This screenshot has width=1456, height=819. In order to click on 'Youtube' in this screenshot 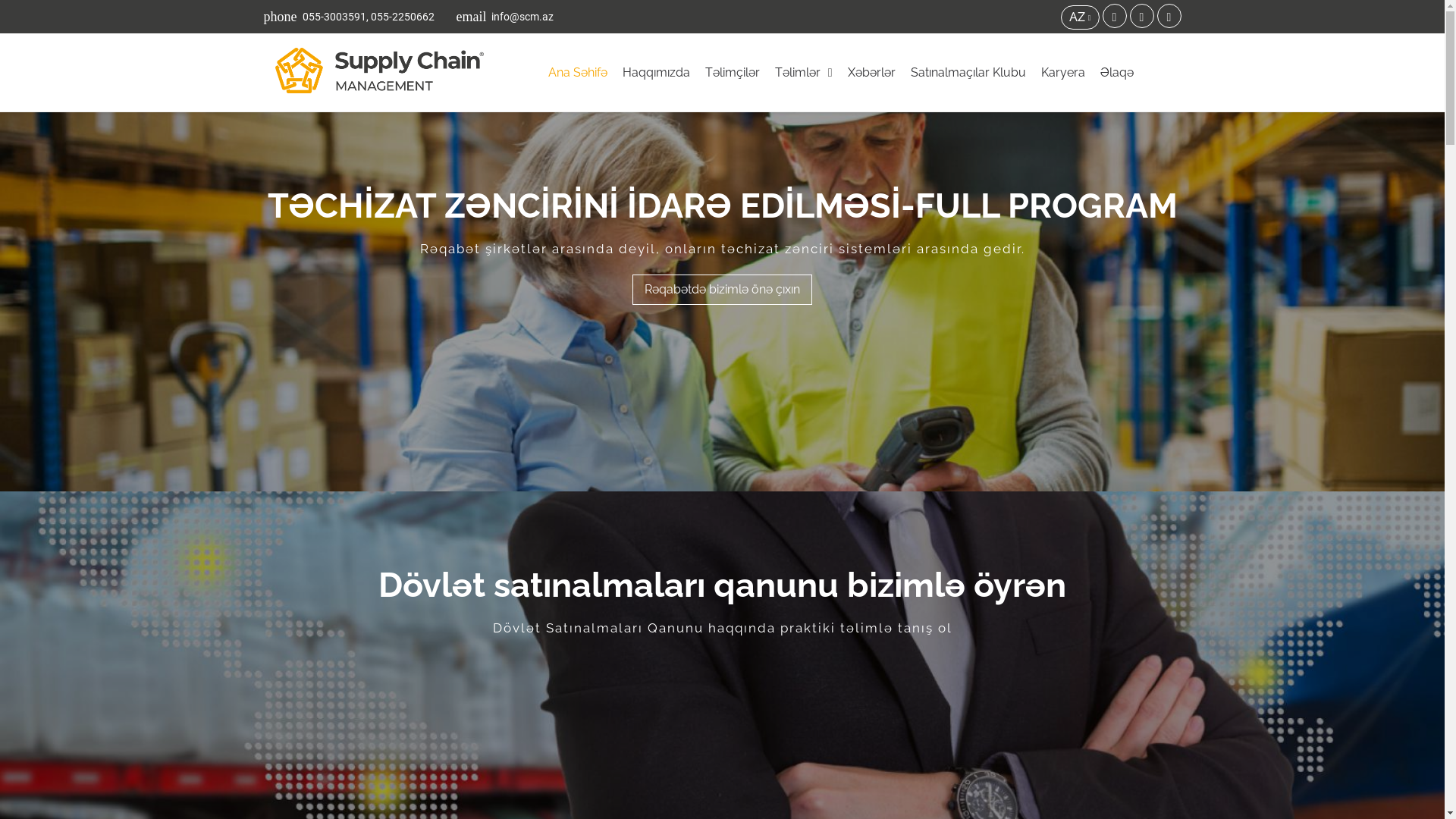, I will do `click(1168, 15)`.